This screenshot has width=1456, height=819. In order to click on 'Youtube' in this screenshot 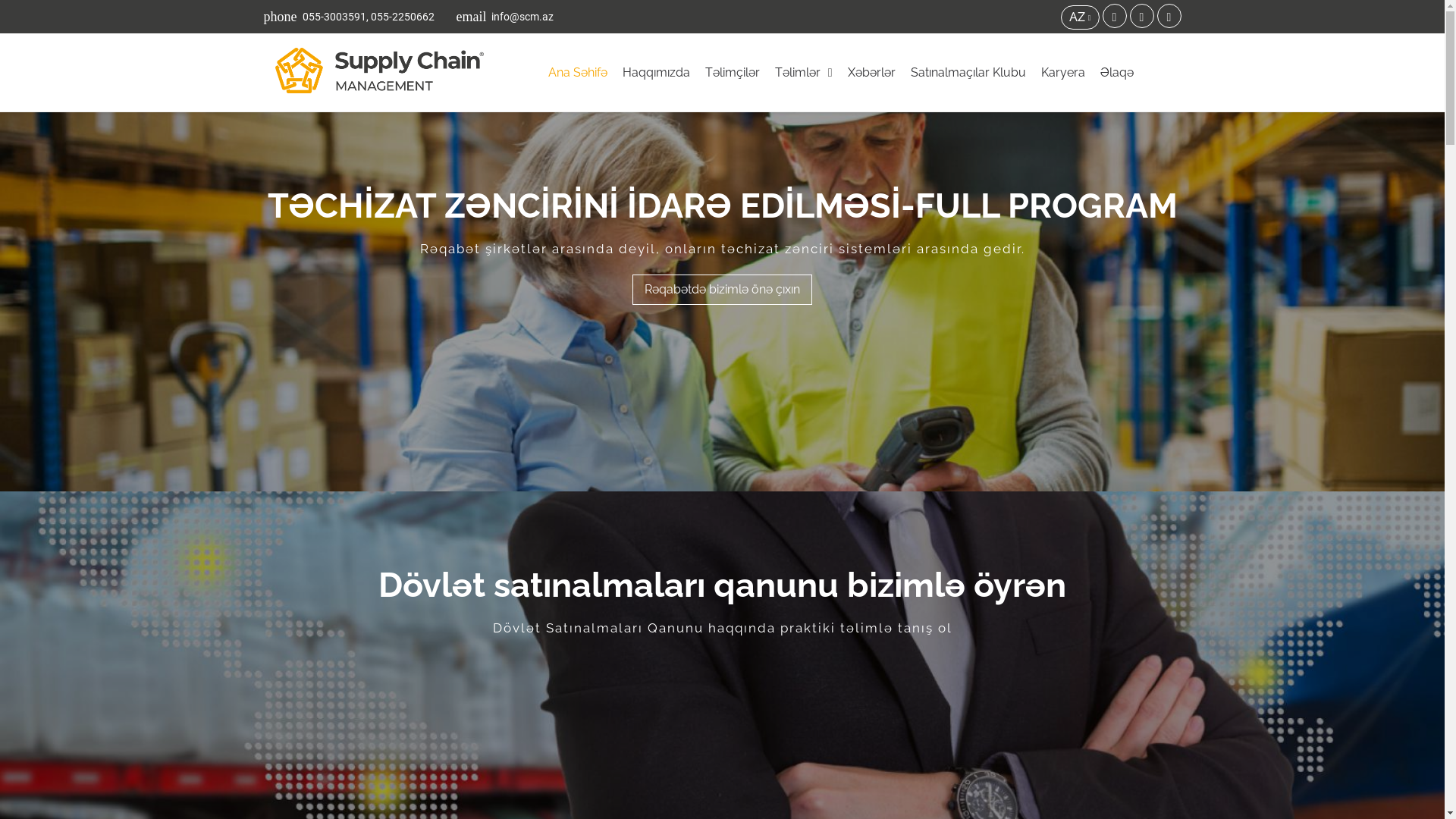, I will do `click(1168, 15)`.